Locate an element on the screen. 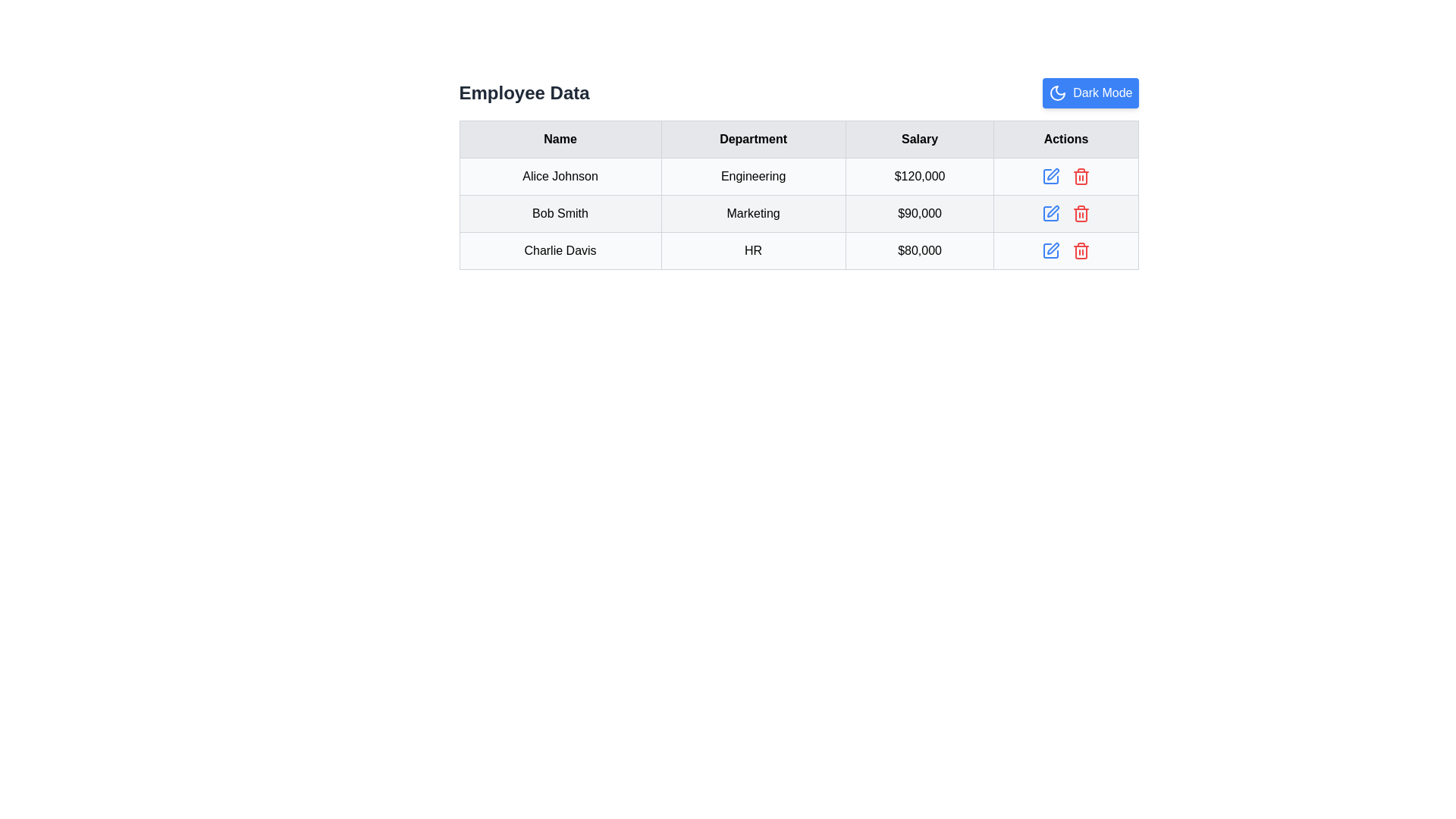 This screenshot has height=819, width=1456. the 'Department' cell in the second row of the table displaying 'Marketing', which is aligned with 'Bob Smith' is located at coordinates (798, 213).